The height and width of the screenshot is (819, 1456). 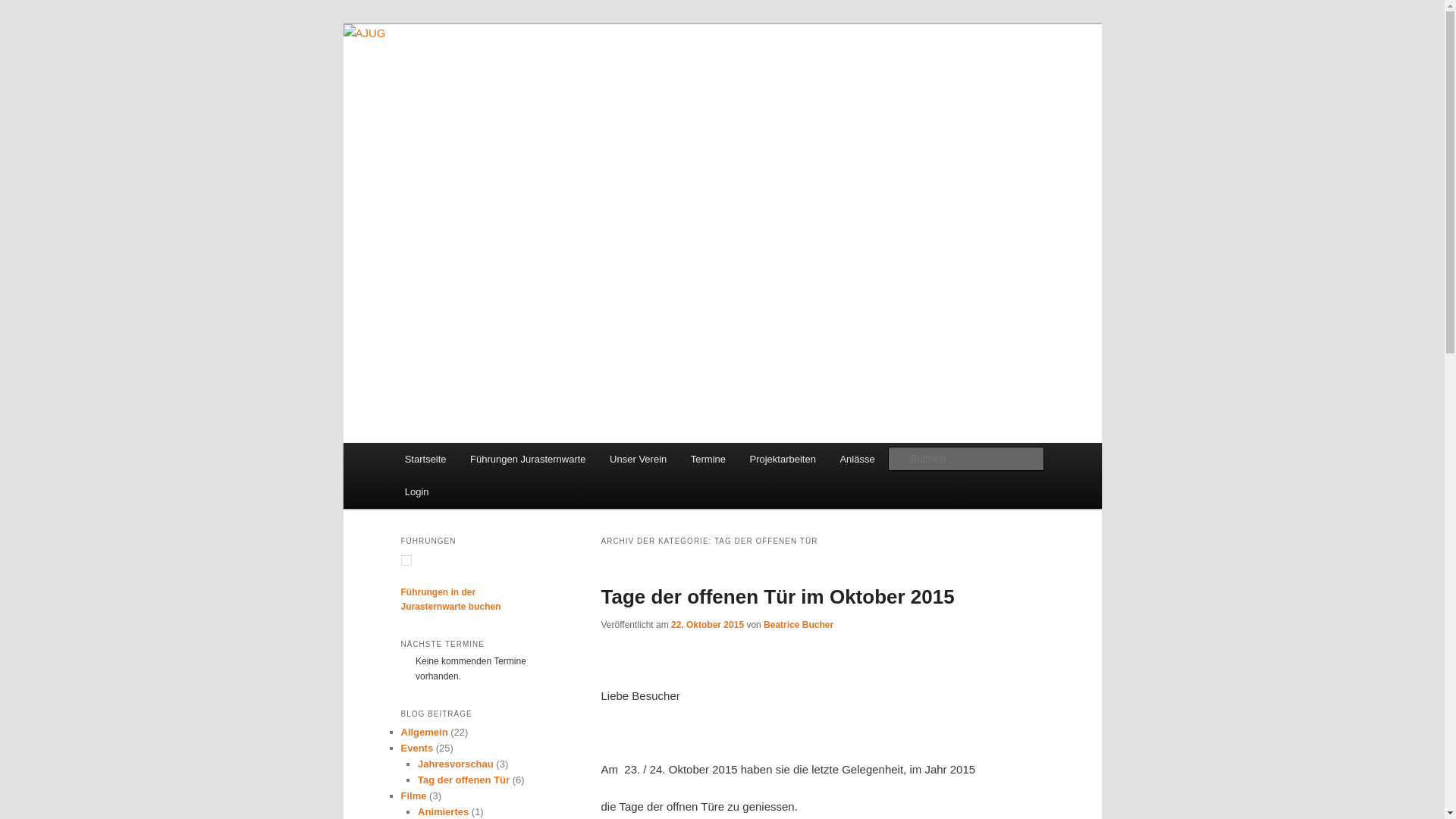 I want to click on 'Animiertes', so click(x=418, y=811).